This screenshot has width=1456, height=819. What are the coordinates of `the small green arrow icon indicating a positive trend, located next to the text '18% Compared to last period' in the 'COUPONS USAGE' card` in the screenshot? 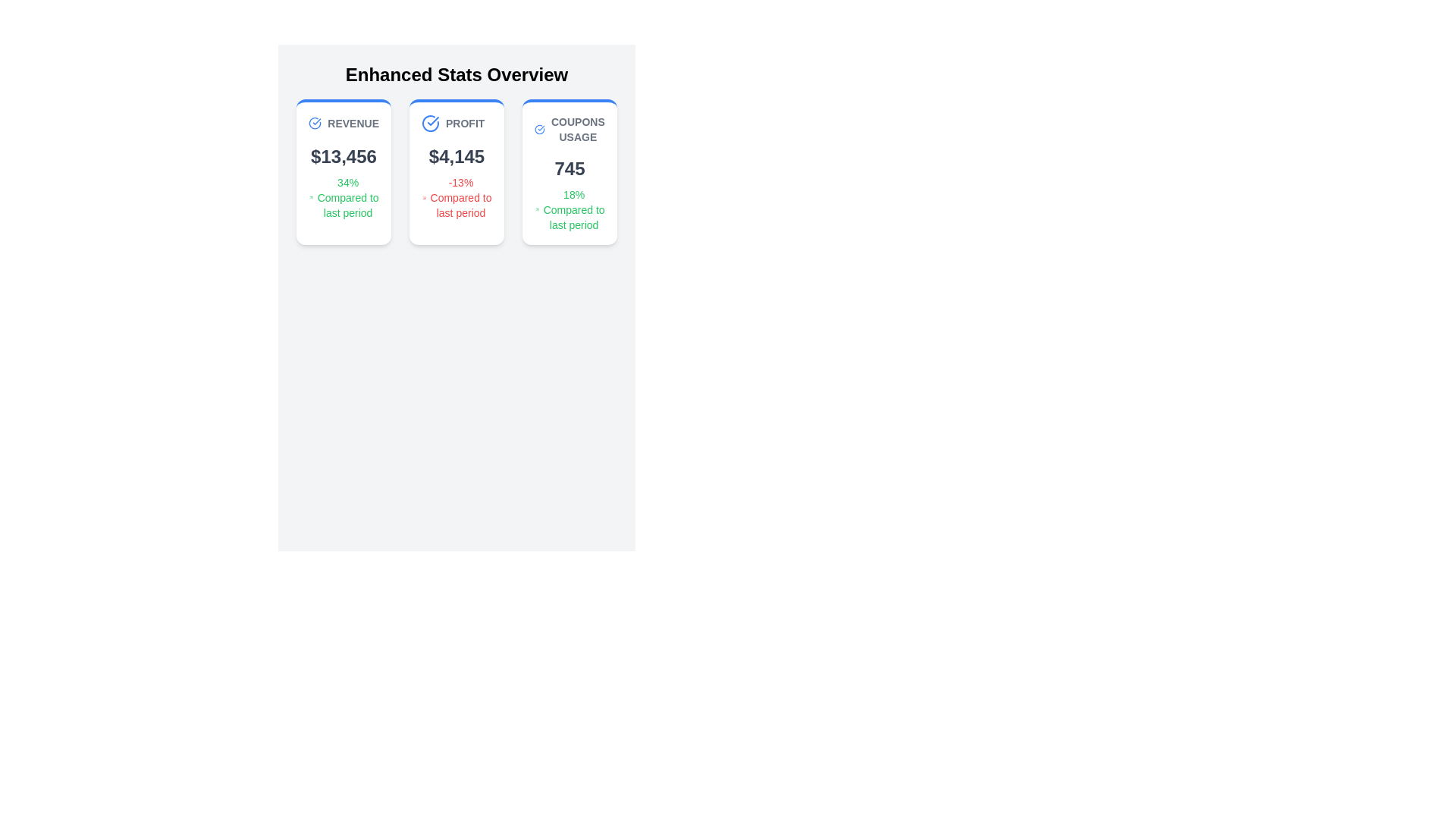 It's located at (537, 210).